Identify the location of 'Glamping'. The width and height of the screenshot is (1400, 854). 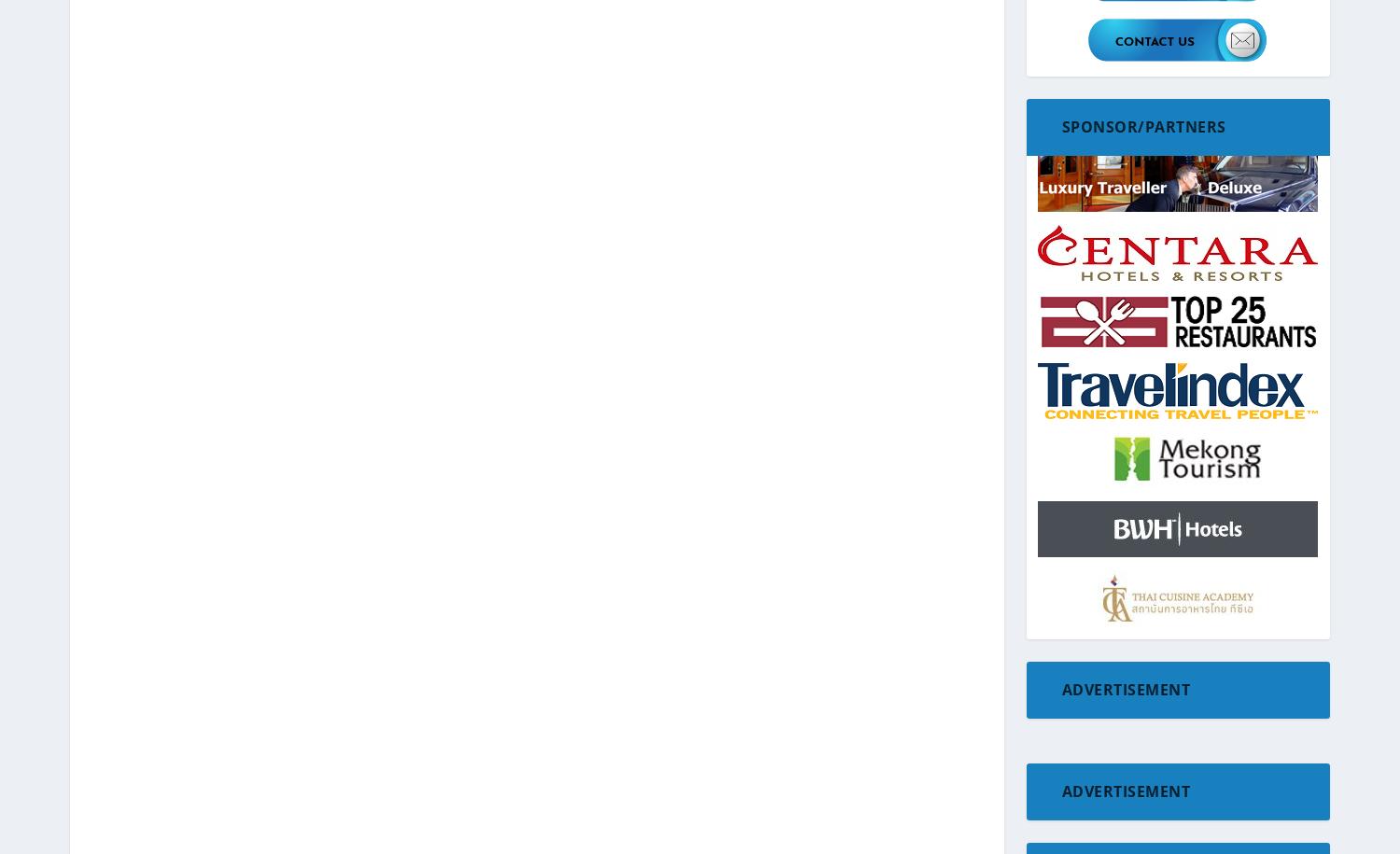
(1068, 524).